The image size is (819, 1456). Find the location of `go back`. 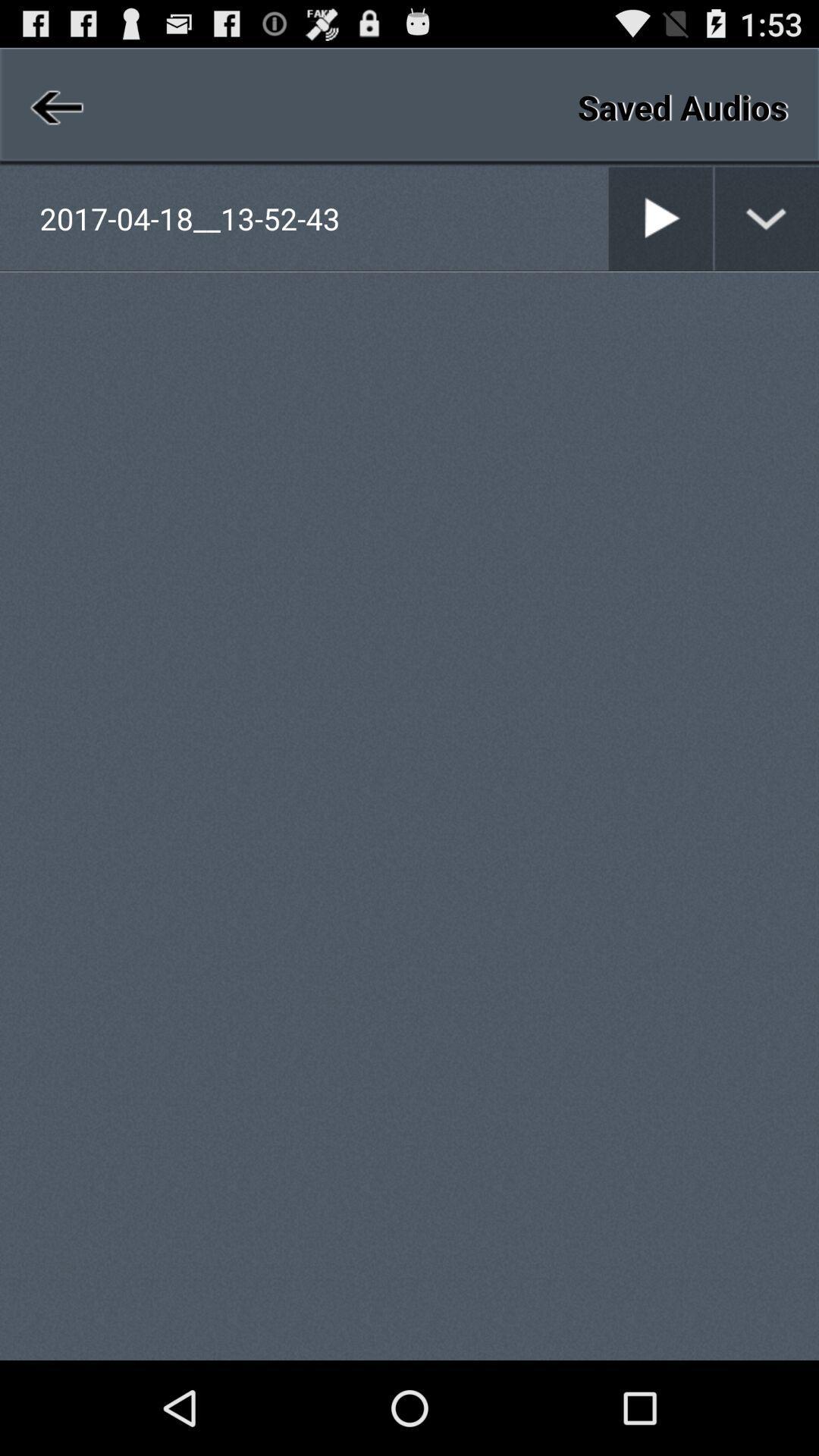

go back is located at coordinates (54, 106).